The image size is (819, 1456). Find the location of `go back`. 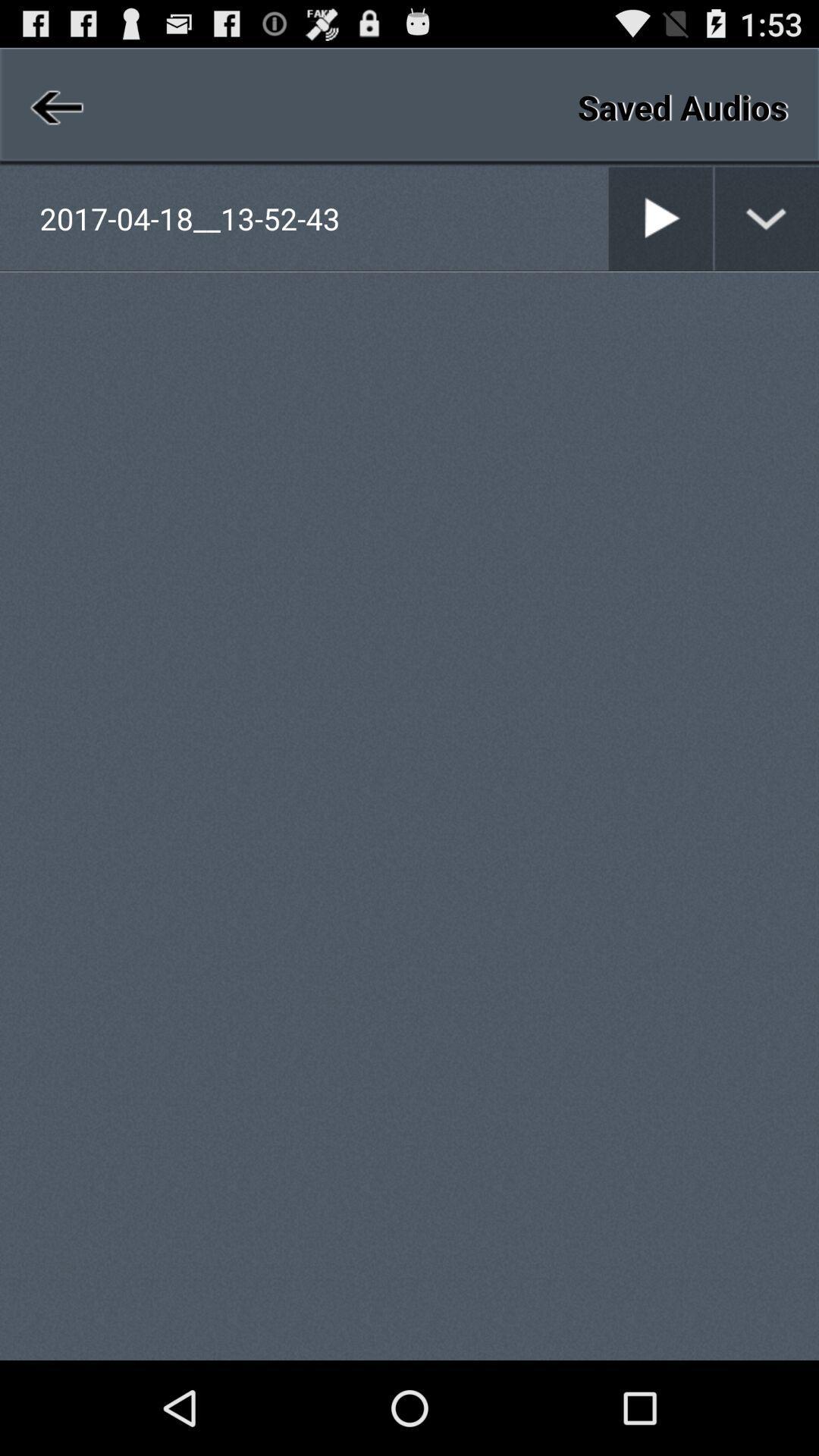

go back is located at coordinates (54, 106).